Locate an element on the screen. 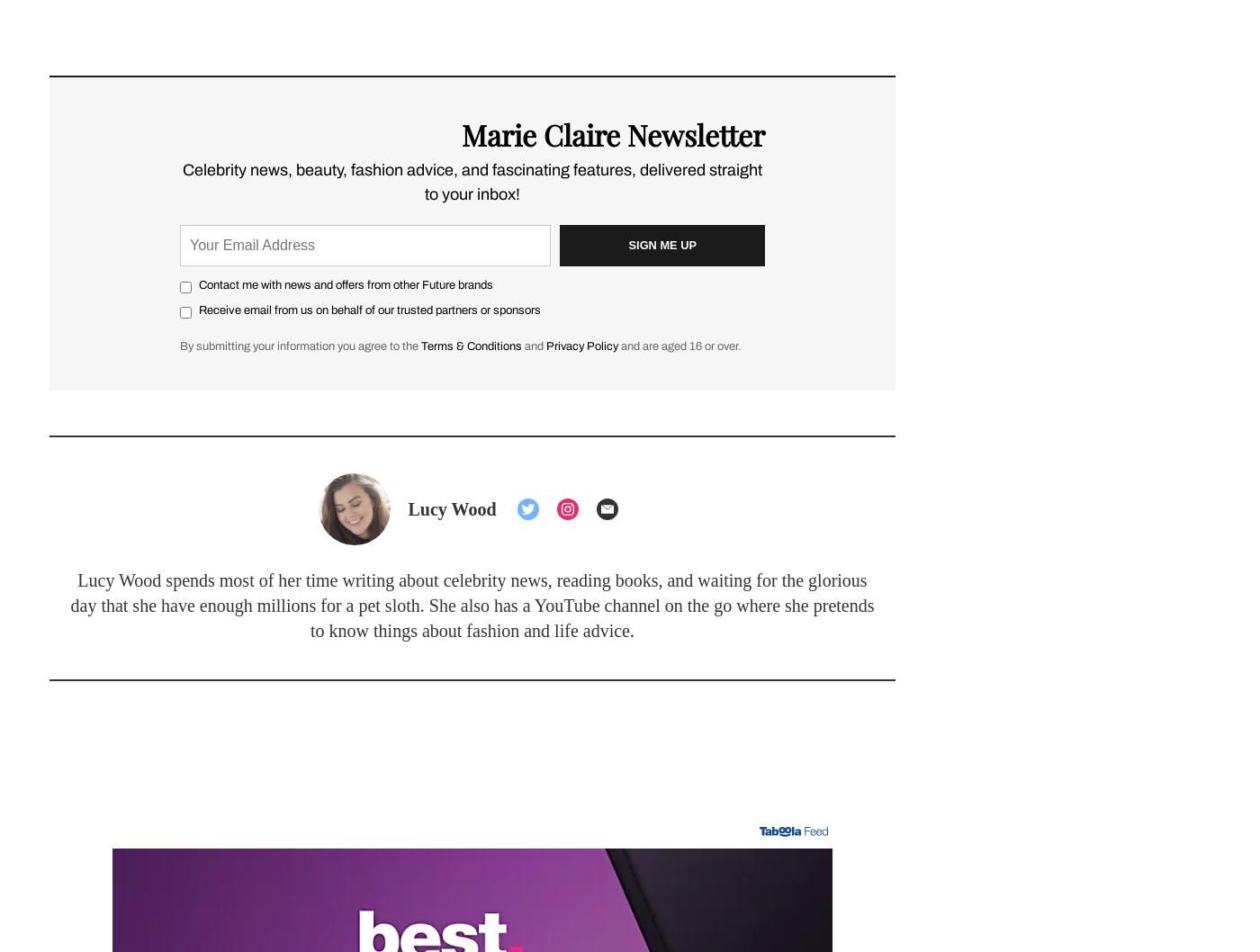 The width and height of the screenshot is (1260, 952). 'and' is located at coordinates (534, 345).